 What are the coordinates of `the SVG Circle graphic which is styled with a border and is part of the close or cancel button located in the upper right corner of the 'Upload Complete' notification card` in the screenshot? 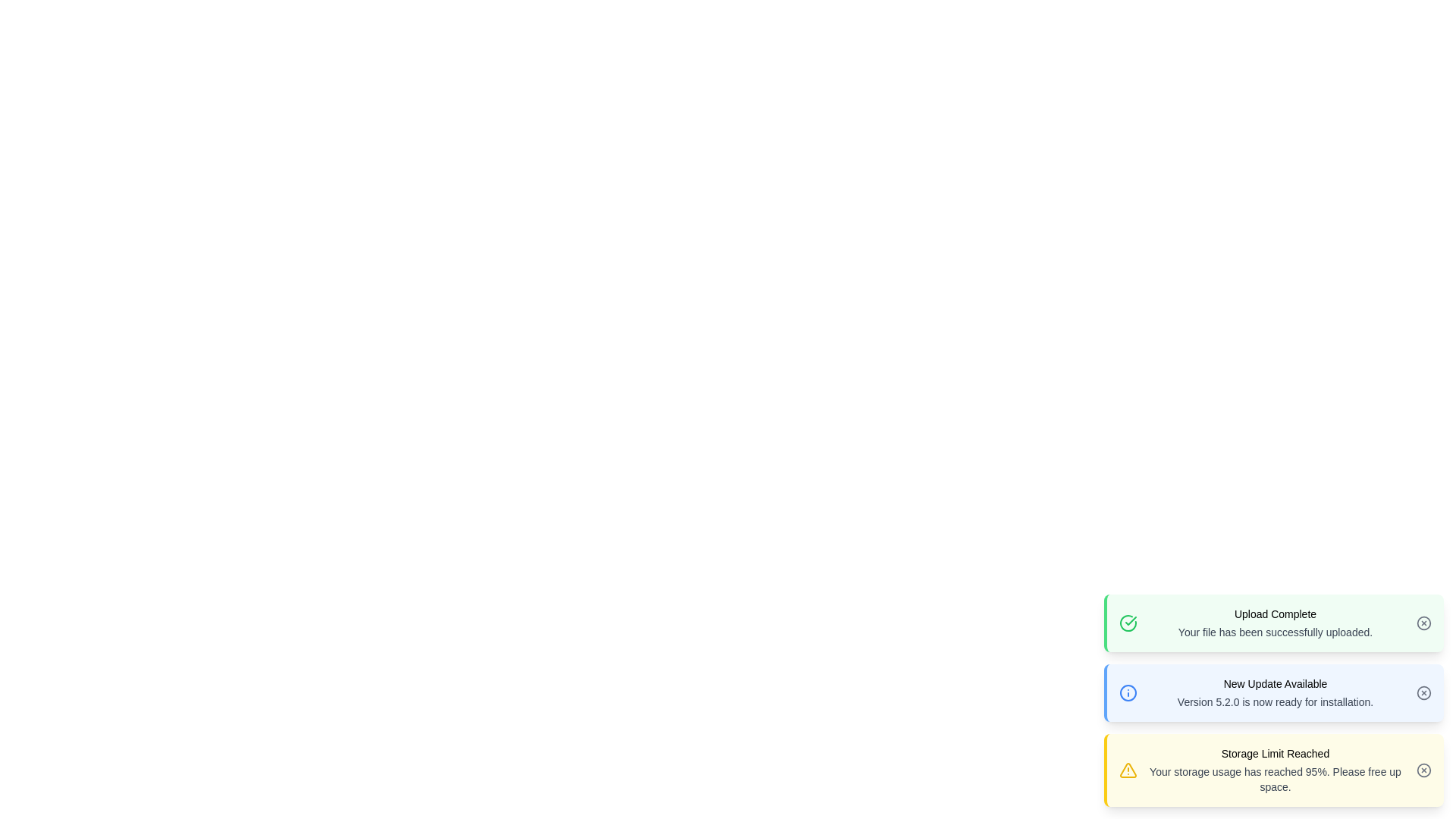 It's located at (1423, 623).